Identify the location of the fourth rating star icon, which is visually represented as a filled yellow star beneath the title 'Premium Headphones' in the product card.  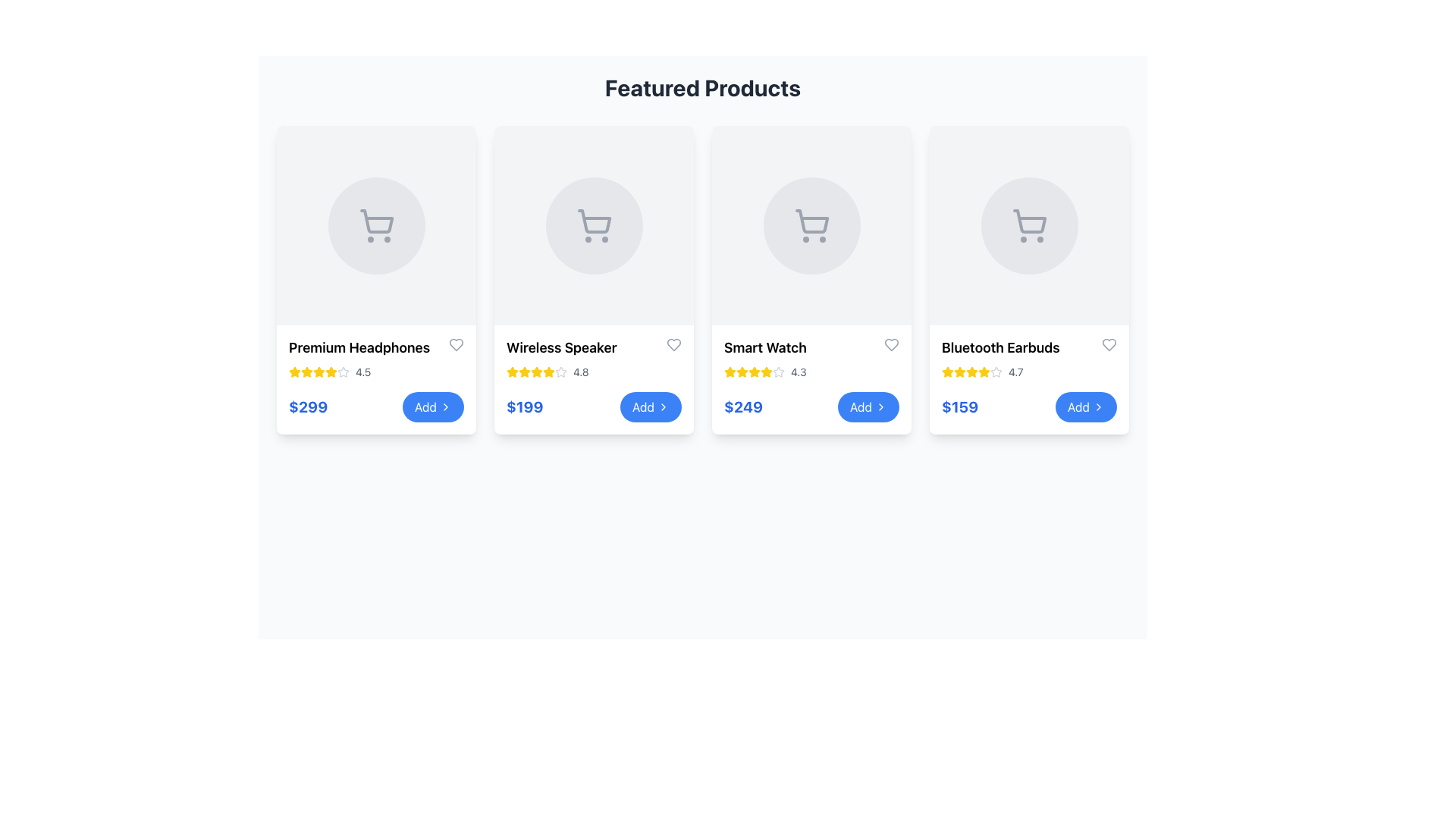
(318, 372).